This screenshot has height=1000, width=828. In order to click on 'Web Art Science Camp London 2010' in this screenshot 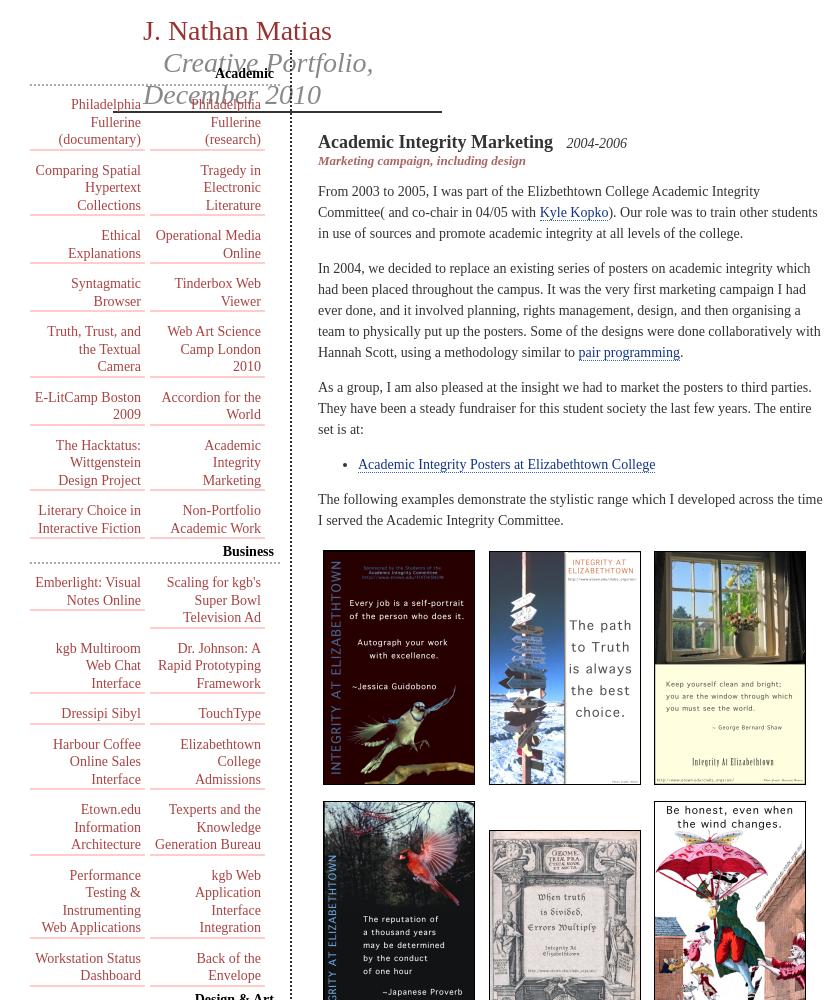, I will do `click(167, 348)`.